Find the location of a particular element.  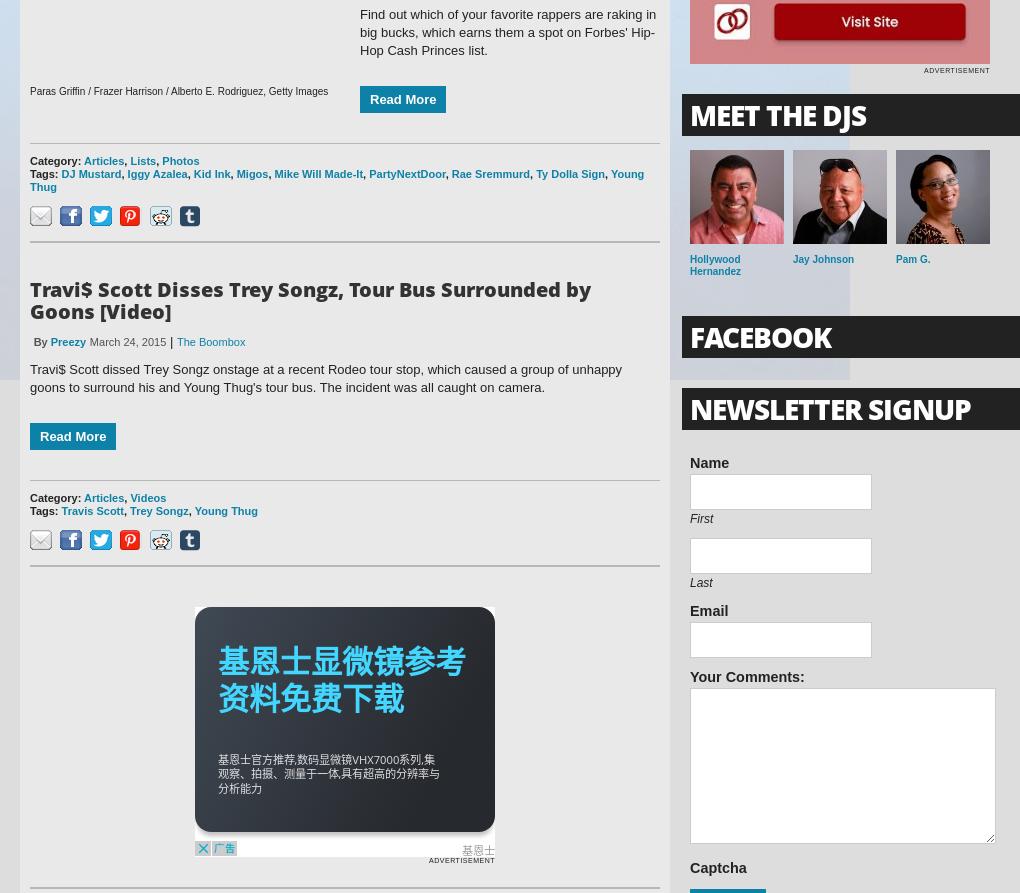

'Iggy Azalea' is located at coordinates (156, 172).